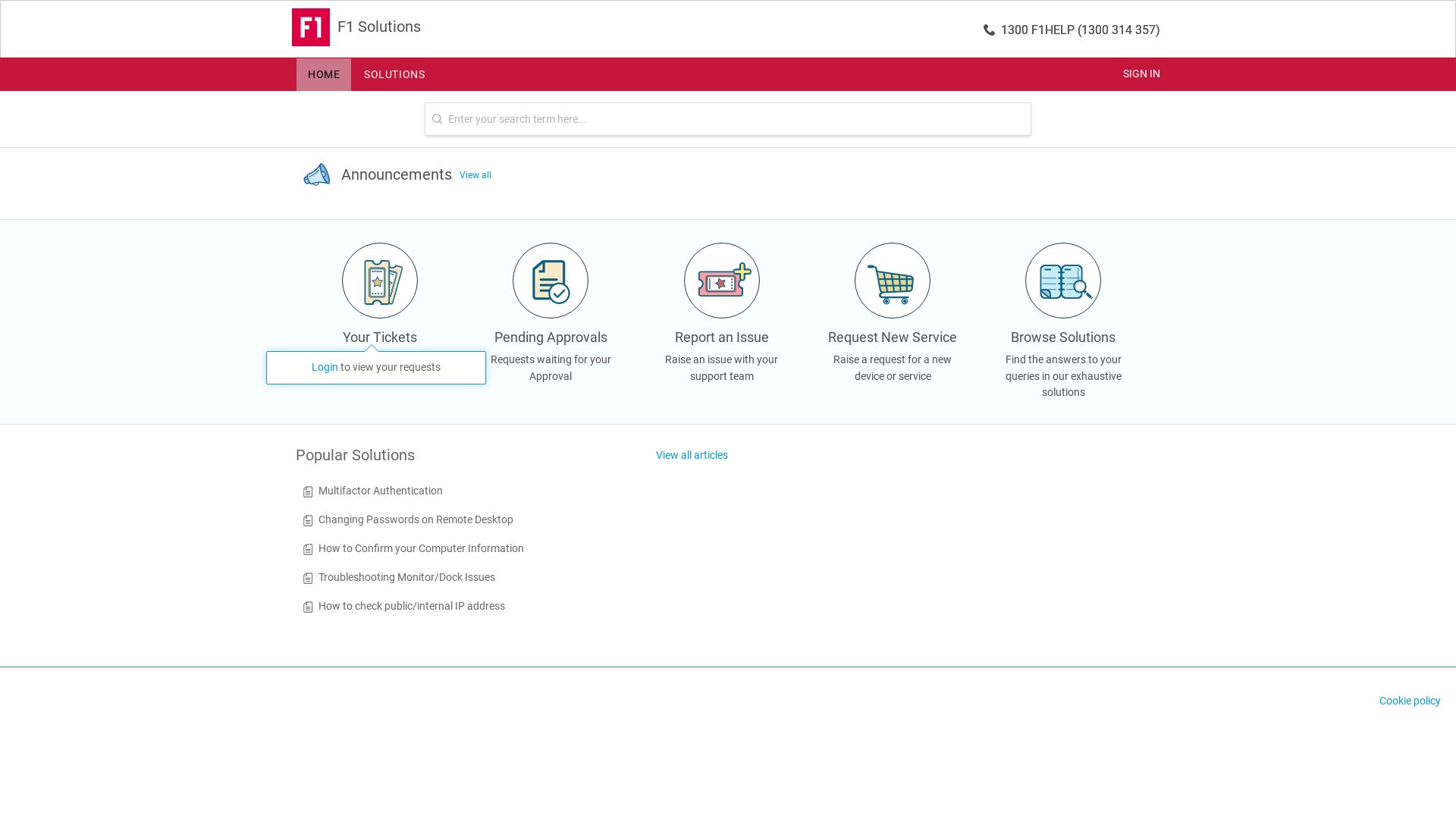 This screenshot has height=819, width=1456. I want to click on 'Troubleshooting Monitor/Dock Issues', so click(406, 576).